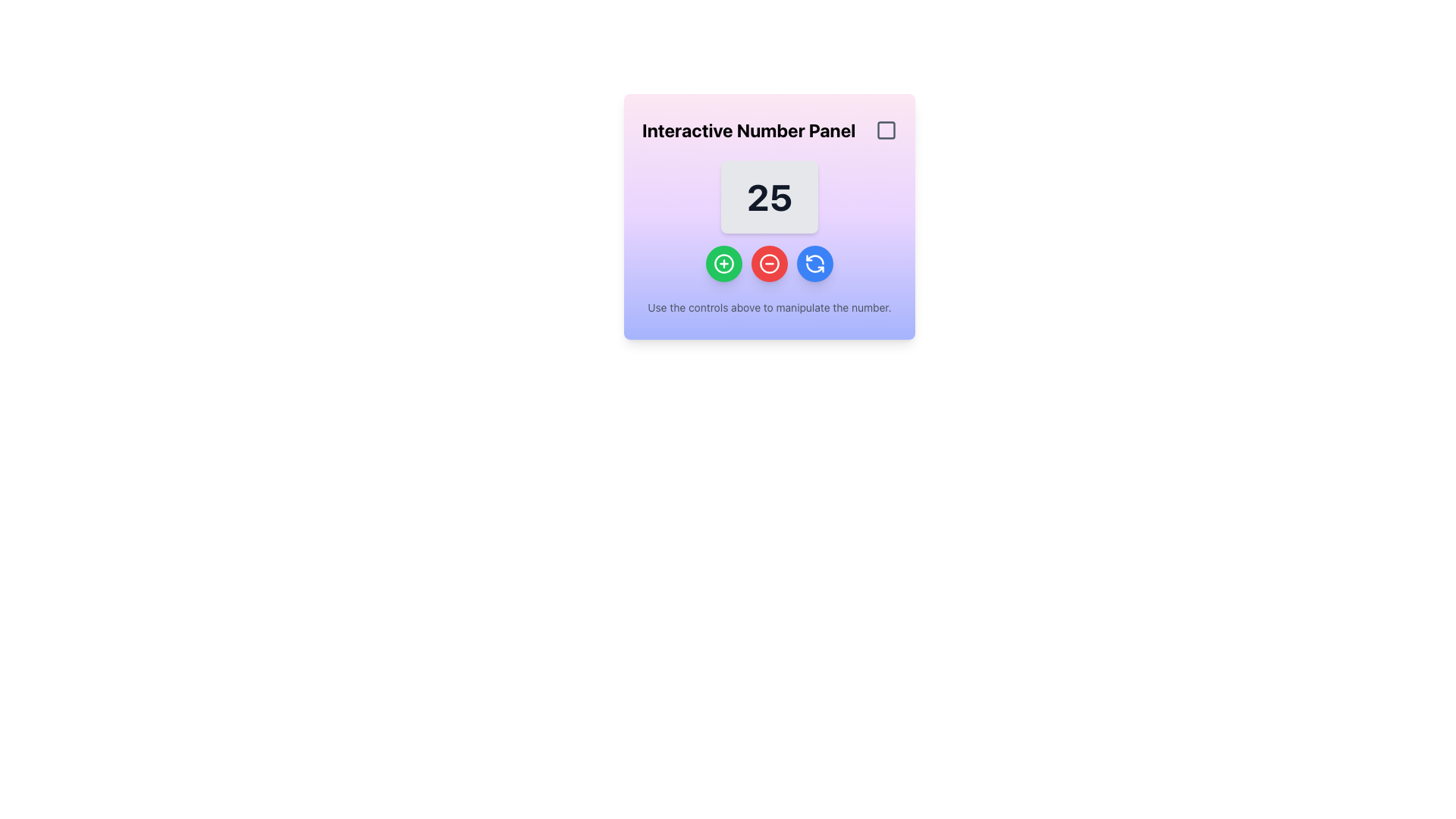 Image resolution: width=1456 pixels, height=819 pixels. What do you see at coordinates (769, 307) in the screenshot?
I see `the static informative text located beneath the row of three interactive circular buttons, styled in gray and presented in a small, centered font within a colorful gradient panel` at bounding box center [769, 307].